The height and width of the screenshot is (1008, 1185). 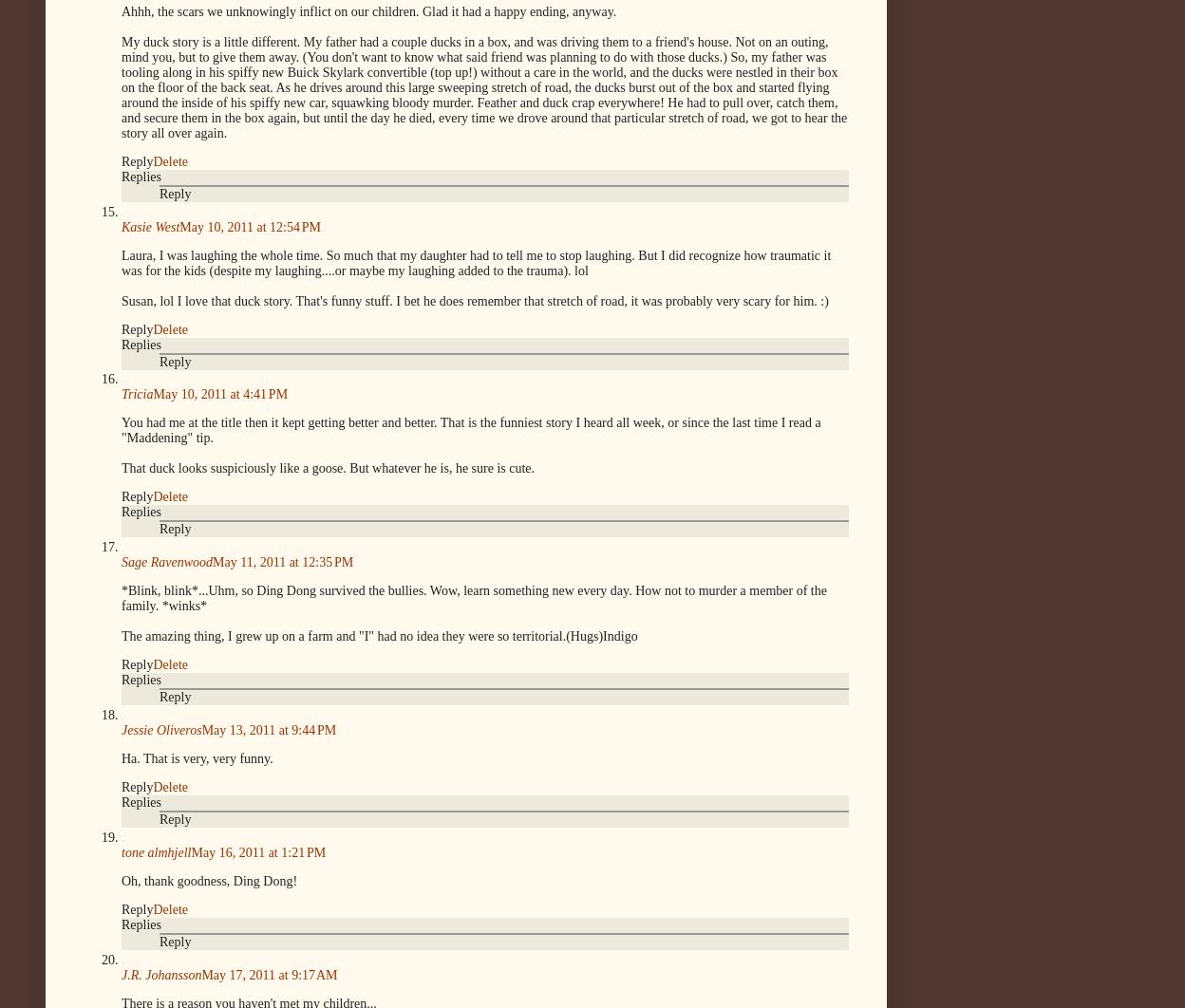 I want to click on 'Ahhh, the scars we unknowingly inflict on our children. Glad it had a happy ending, anyway.', so click(x=122, y=10).